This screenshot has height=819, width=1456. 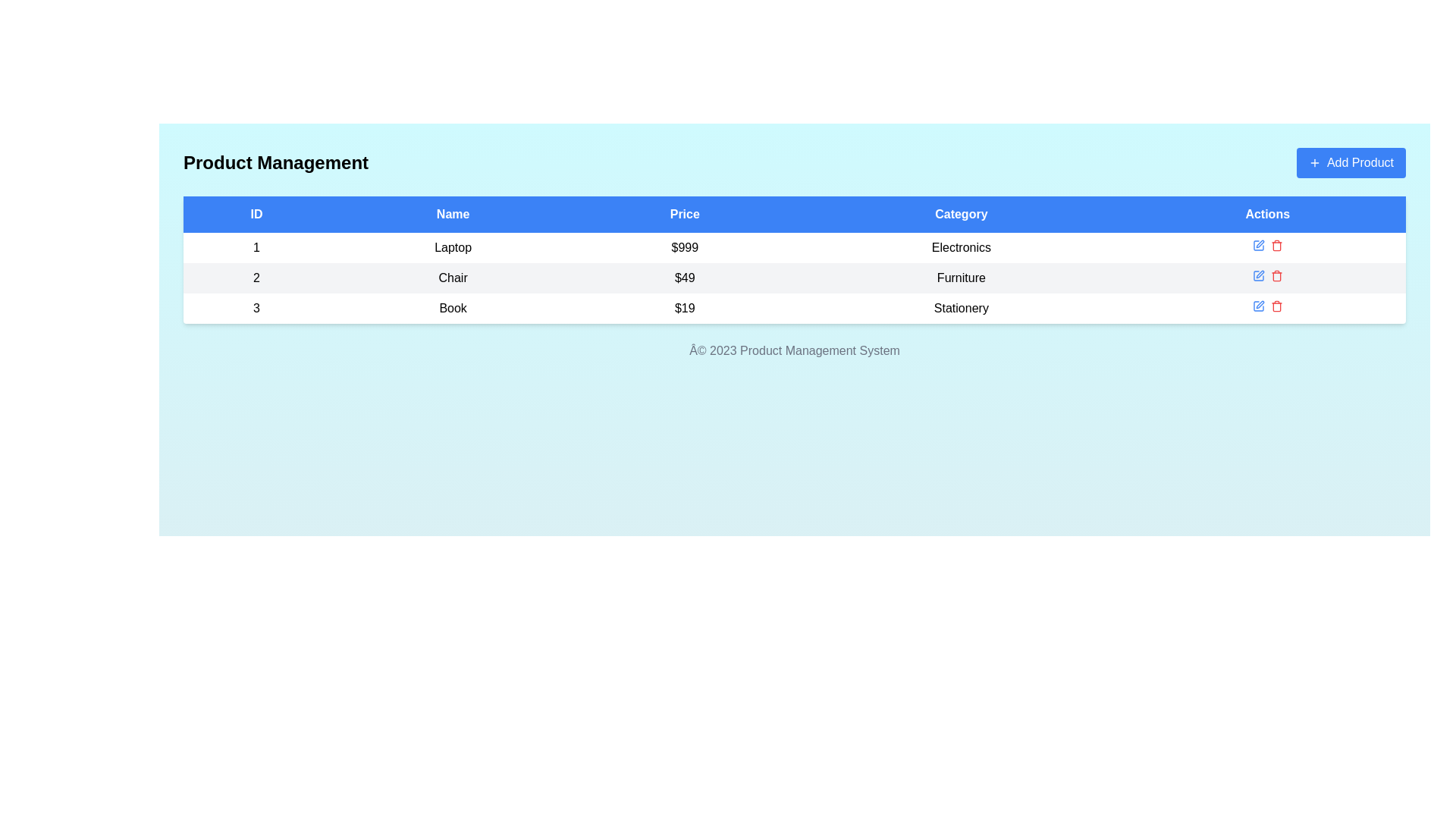 I want to click on the primary button for adding a new product located in the header area, adjacent to the 'Product Management' heading, so click(x=1351, y=163).